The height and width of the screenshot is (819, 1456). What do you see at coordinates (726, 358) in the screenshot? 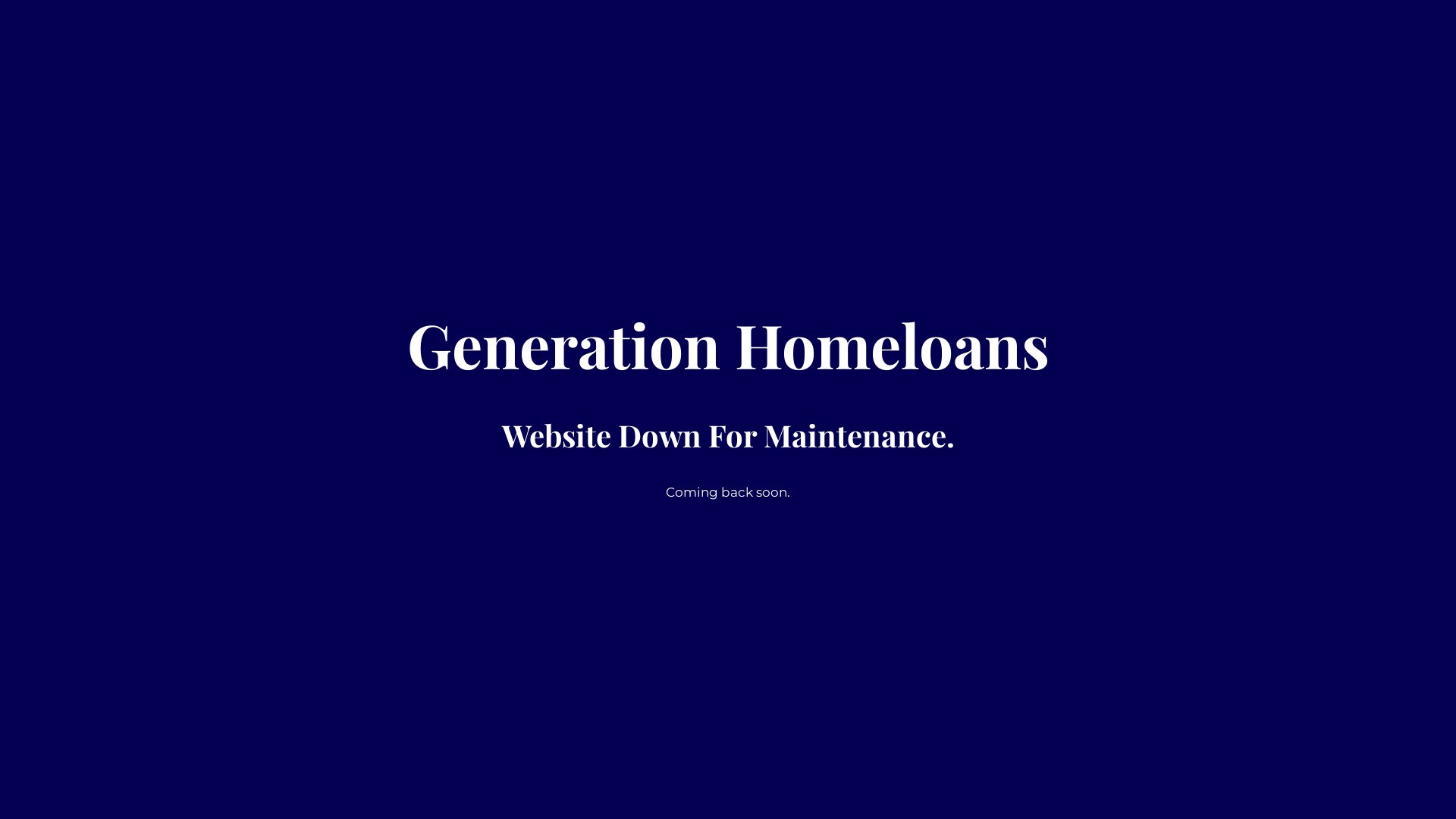
I see `'Generation Homeloans'` at bounding box center [726, 358].